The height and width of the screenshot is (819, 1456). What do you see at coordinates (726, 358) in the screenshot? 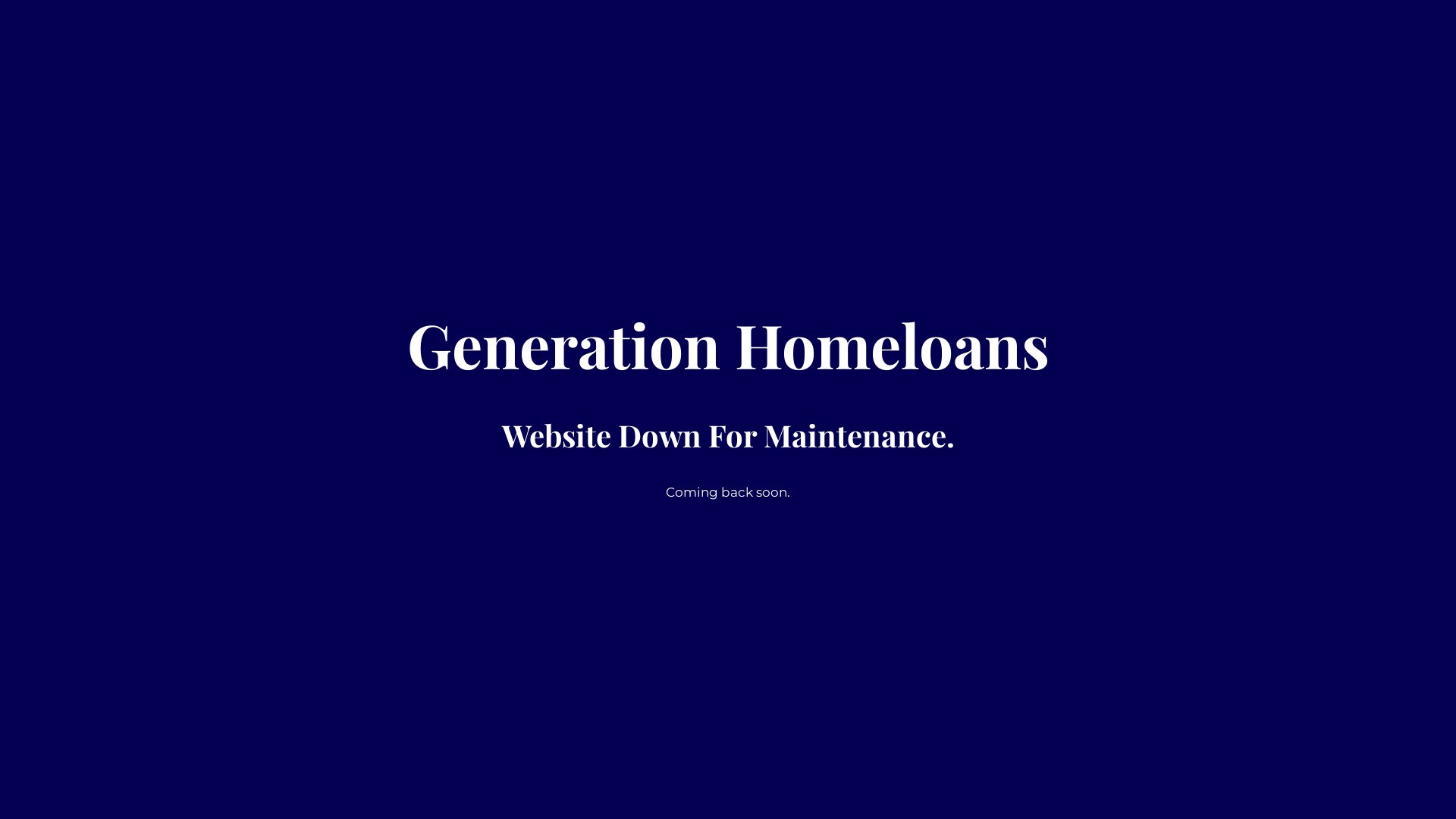
I see `'Generation Homeloans'` at bounding box center [726, 358].